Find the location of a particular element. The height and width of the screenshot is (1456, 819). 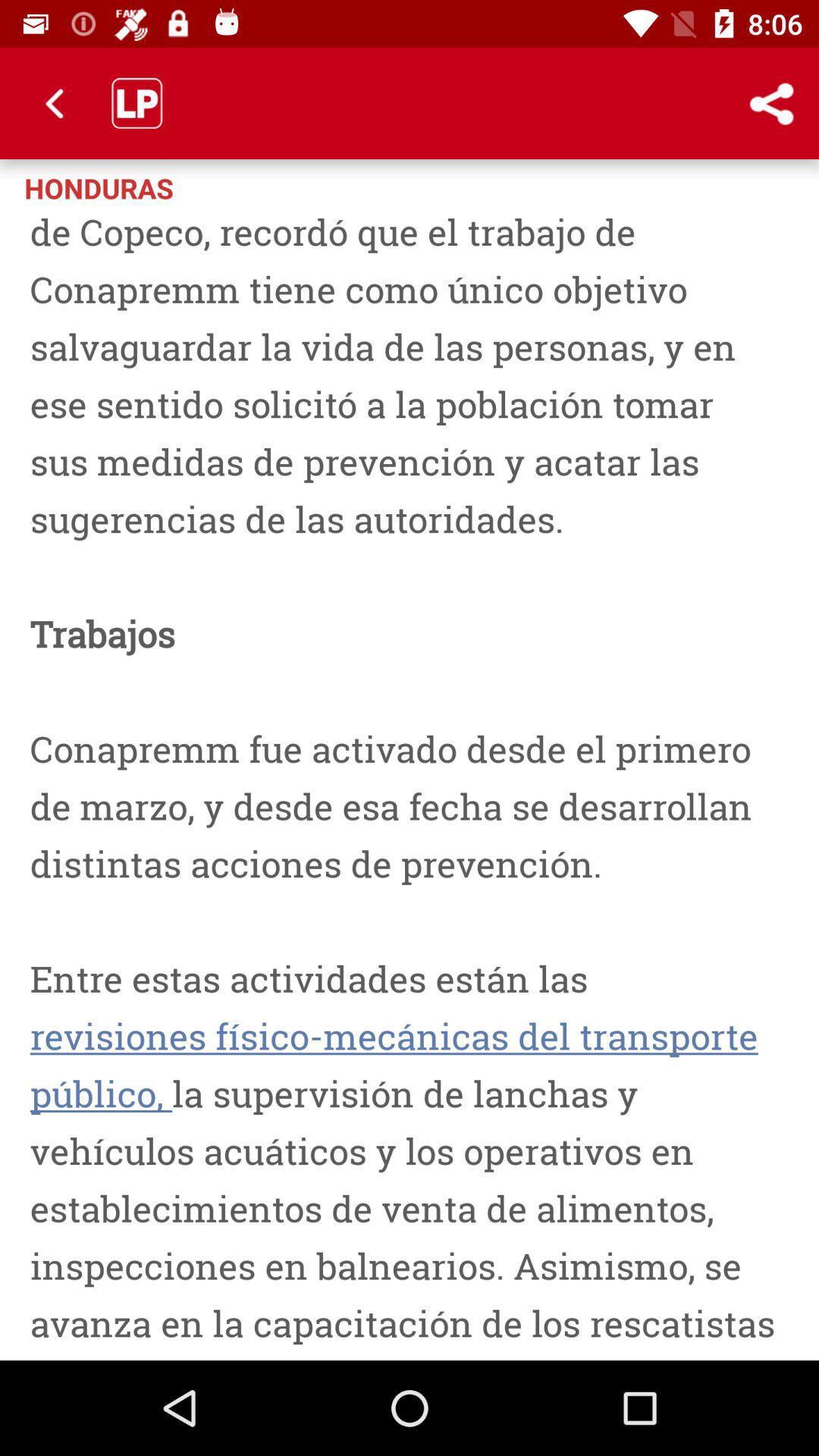

the icon to the right of honduras is located at coordinates (771, 102).